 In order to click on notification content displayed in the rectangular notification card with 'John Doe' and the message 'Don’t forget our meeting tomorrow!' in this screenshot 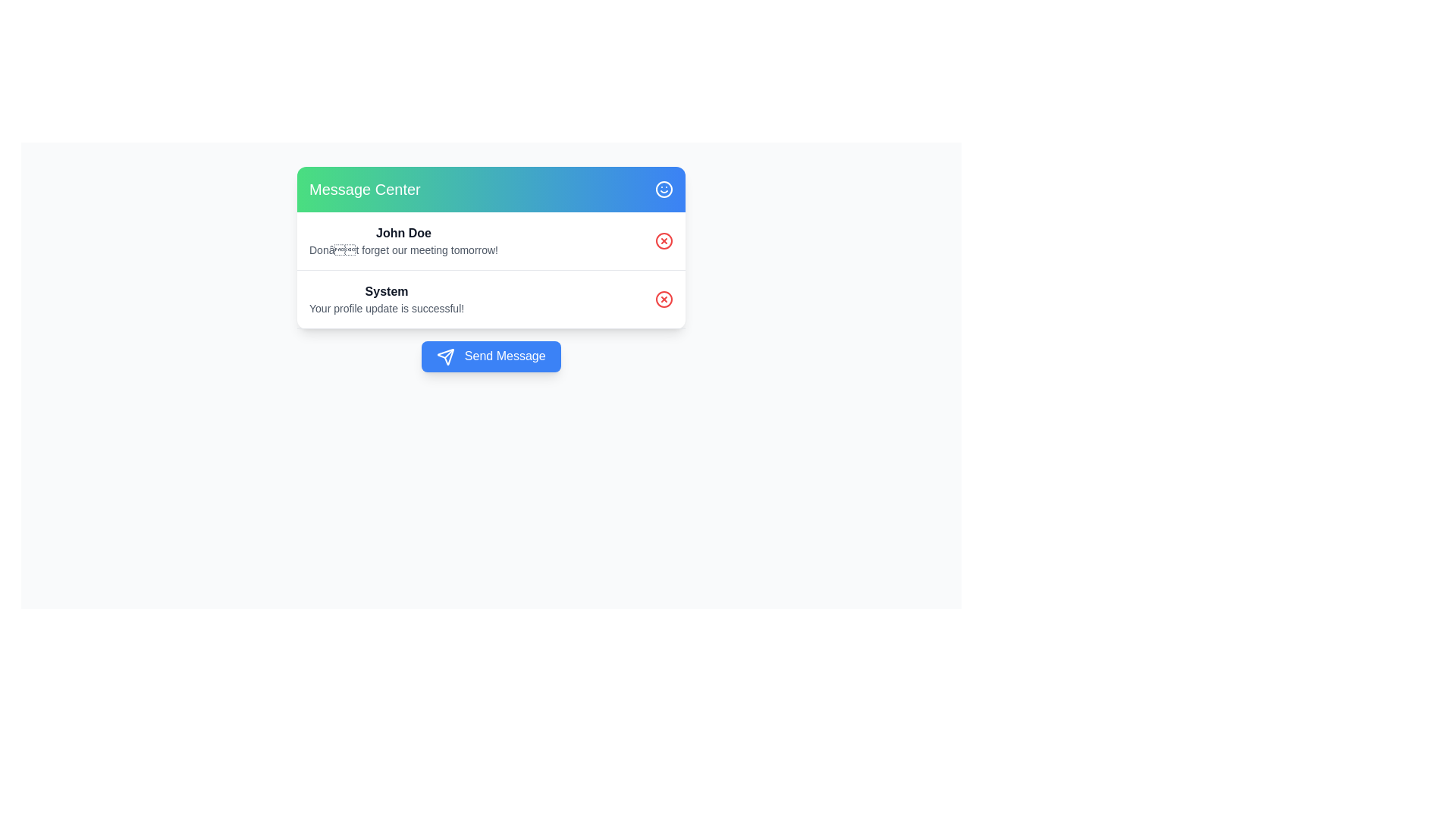, I will do `click(491, 240)`.